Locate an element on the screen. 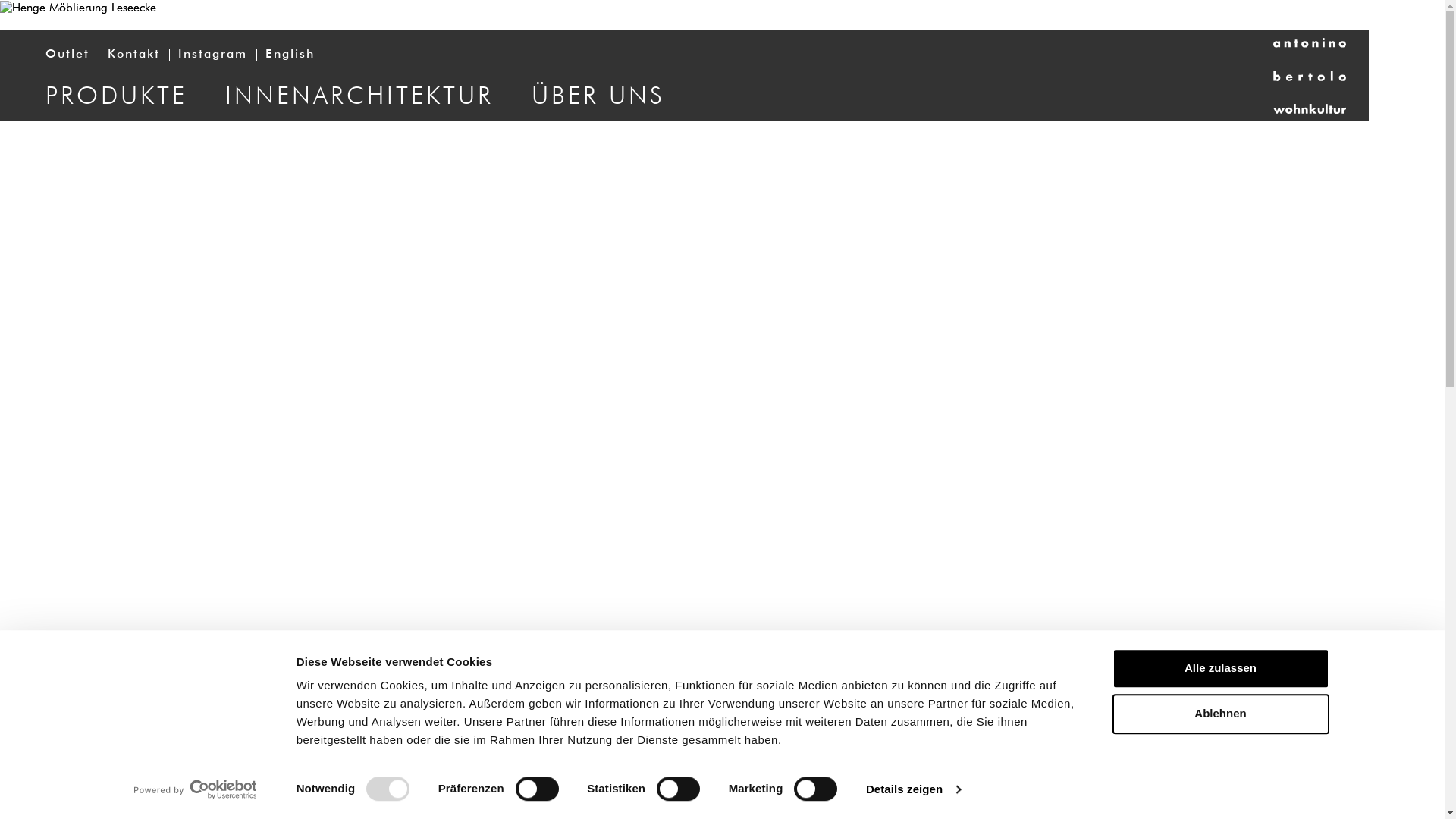  'Alle zulassen' is located at coordinates (1219, 667).